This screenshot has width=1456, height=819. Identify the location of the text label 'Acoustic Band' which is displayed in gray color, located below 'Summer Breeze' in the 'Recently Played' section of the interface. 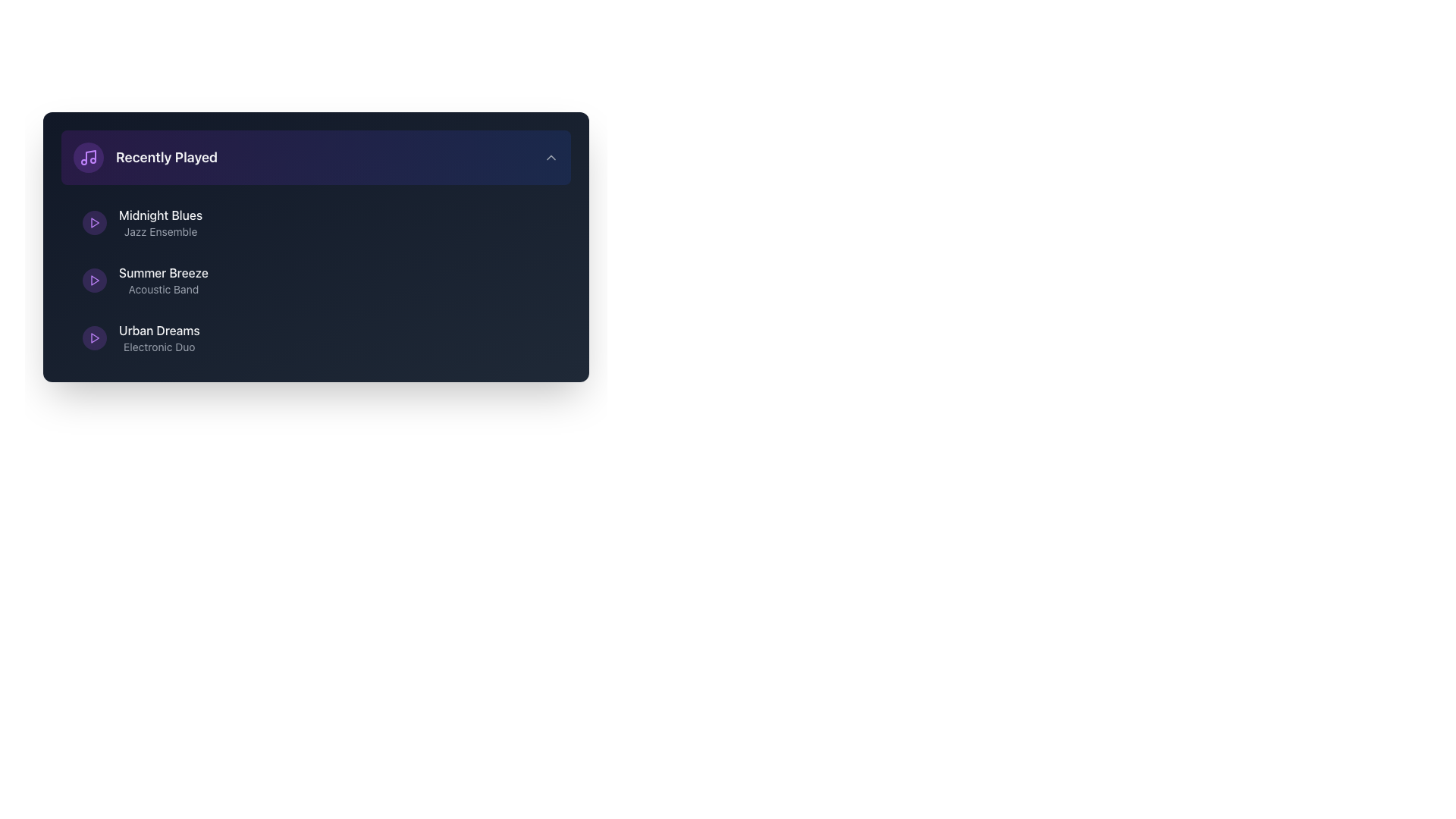
(163, 289).